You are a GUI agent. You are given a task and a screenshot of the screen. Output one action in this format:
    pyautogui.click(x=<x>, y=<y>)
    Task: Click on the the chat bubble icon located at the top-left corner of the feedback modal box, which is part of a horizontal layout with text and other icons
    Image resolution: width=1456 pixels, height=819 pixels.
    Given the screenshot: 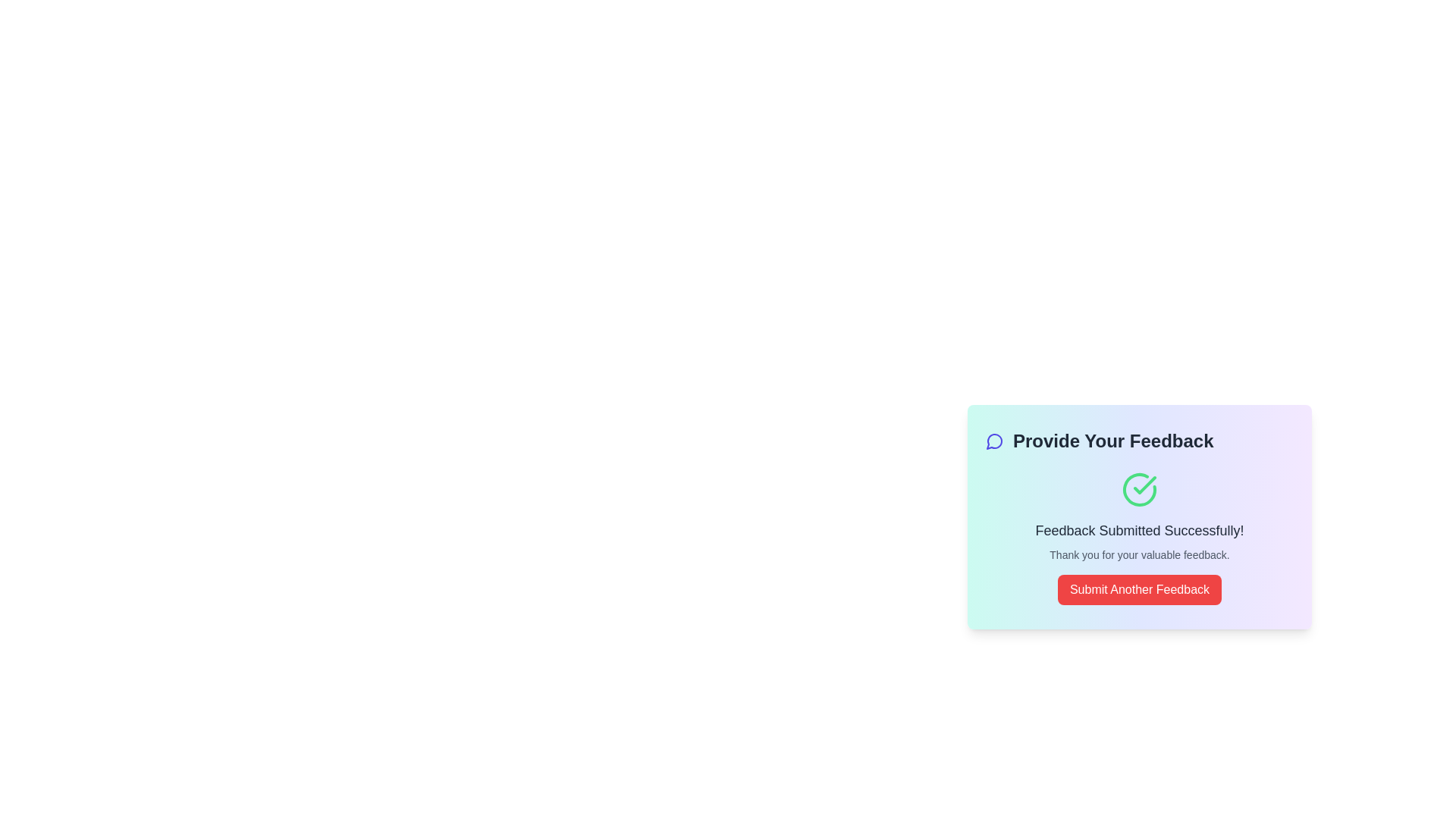 What is the action you would take?
    pyautogui.click(x=994, y=441)
    